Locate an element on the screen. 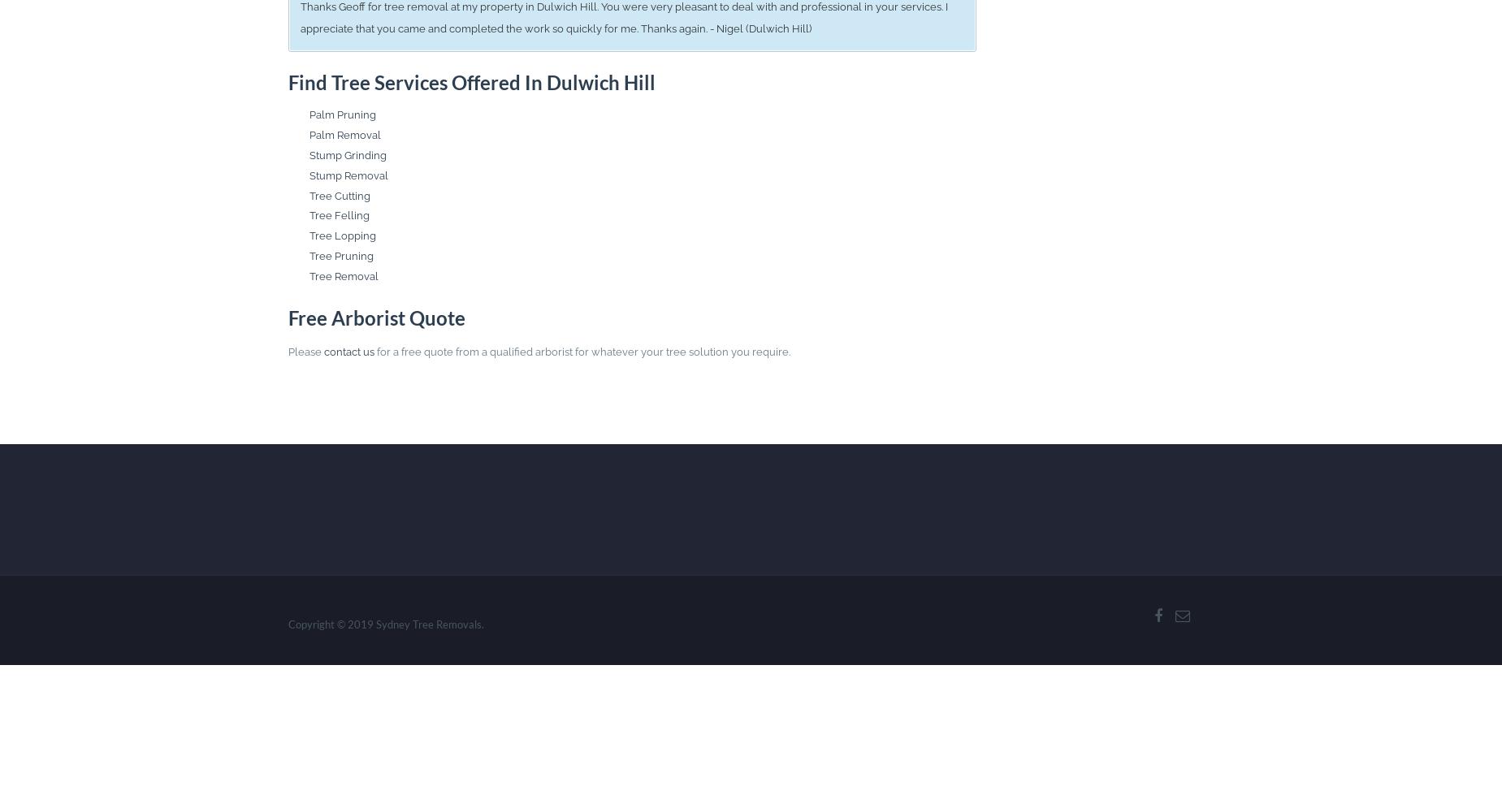 The image size is (1502, 812). 'Thanks Geoff for tree removal at my property in Dulwich Hill. You were very pleasant to deal with and professional in your services. I appreciate that you came and completed the work so quickly for me. Thanks again. - Nigel (Dulwich Hill)' is located at coordinates (622, 18).